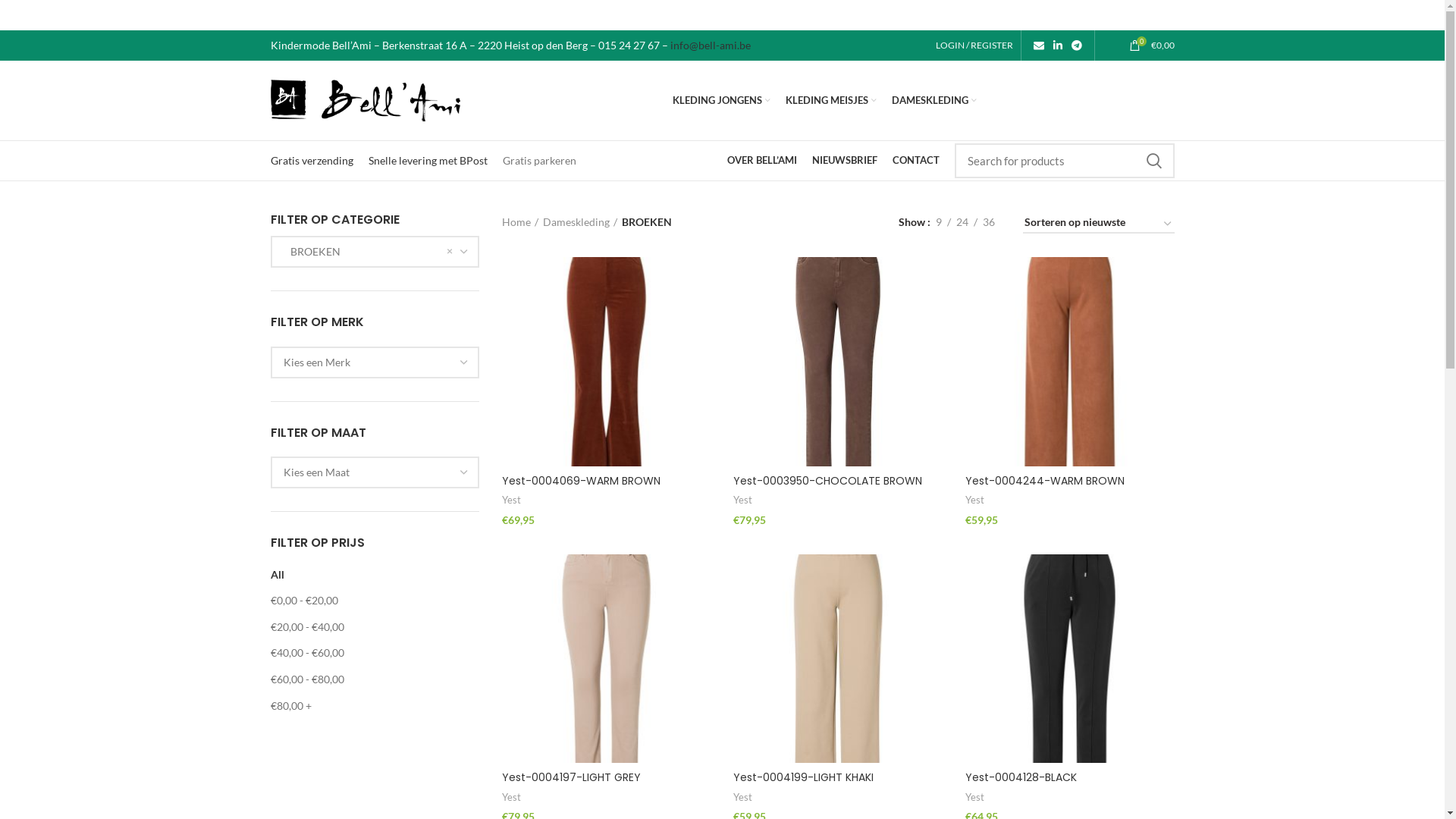 The width and height of the screenshot is (1456, 819). I want to click on 'SEARCH', so click(1134, 161).